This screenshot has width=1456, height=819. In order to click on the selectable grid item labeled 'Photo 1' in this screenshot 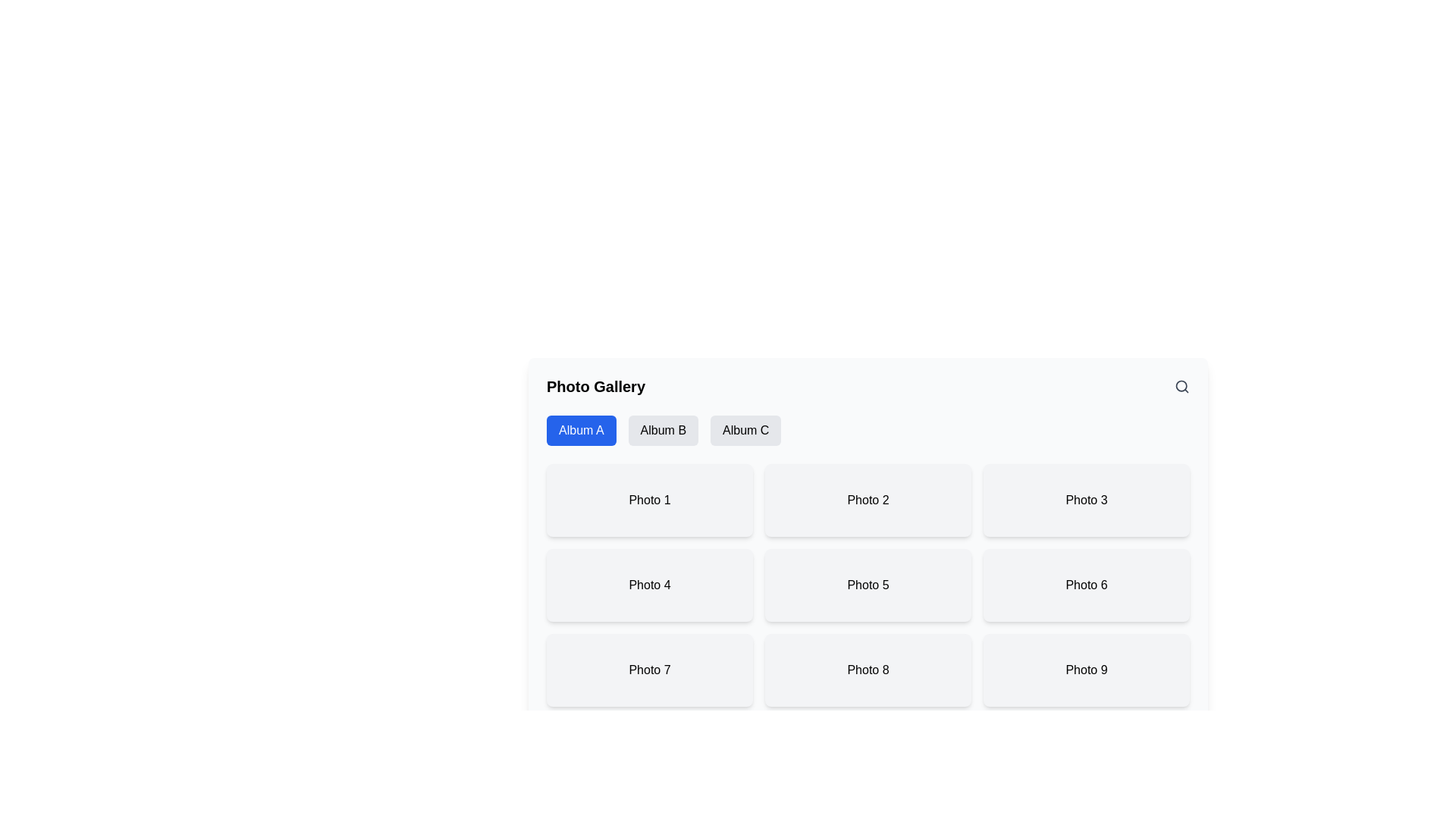, I will do `click(650, 500)`.